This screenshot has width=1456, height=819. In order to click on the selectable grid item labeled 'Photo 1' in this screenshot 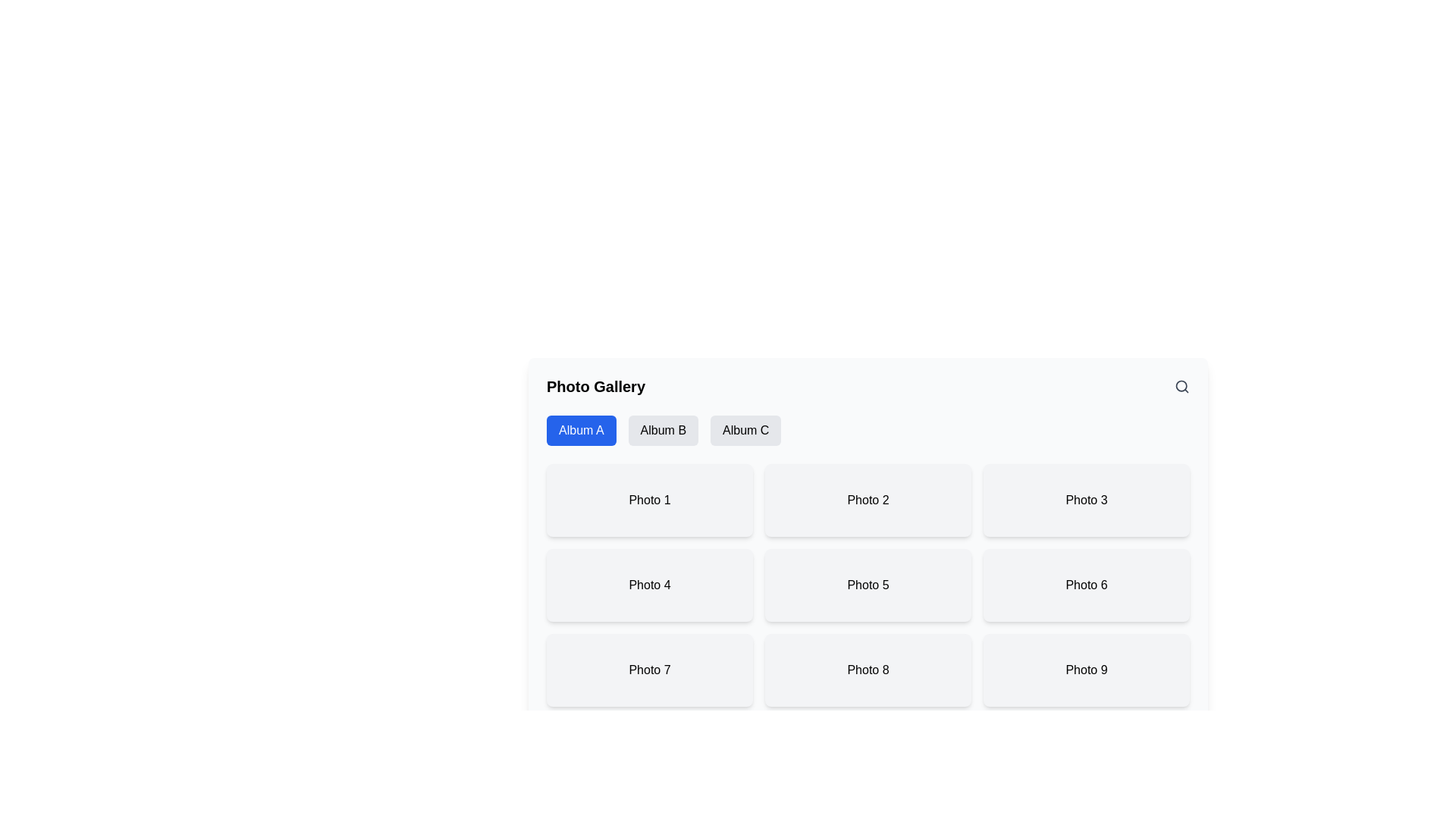, I will do `click(650, 500)`.